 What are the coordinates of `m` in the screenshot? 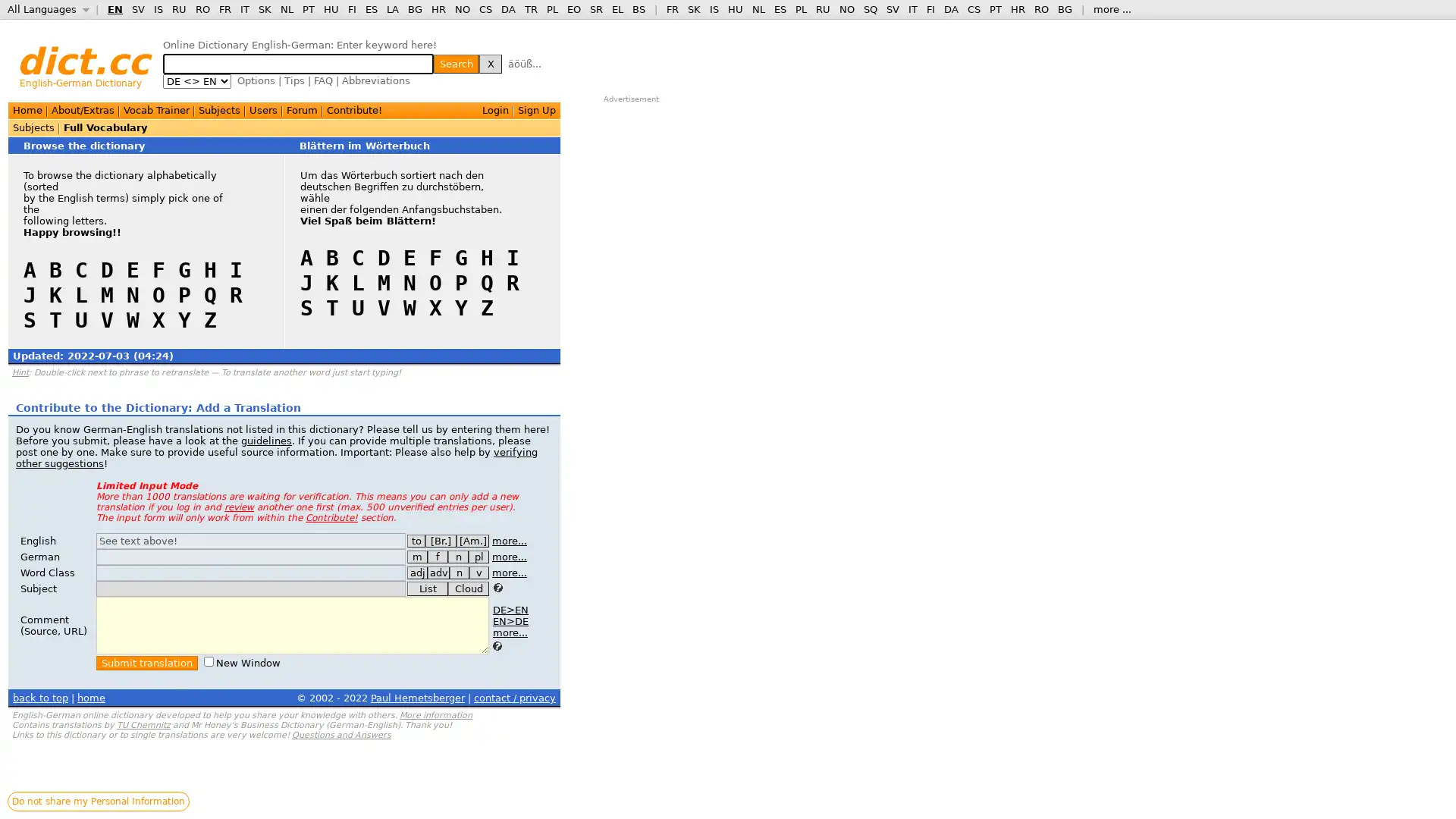 It's located at (417, 557).